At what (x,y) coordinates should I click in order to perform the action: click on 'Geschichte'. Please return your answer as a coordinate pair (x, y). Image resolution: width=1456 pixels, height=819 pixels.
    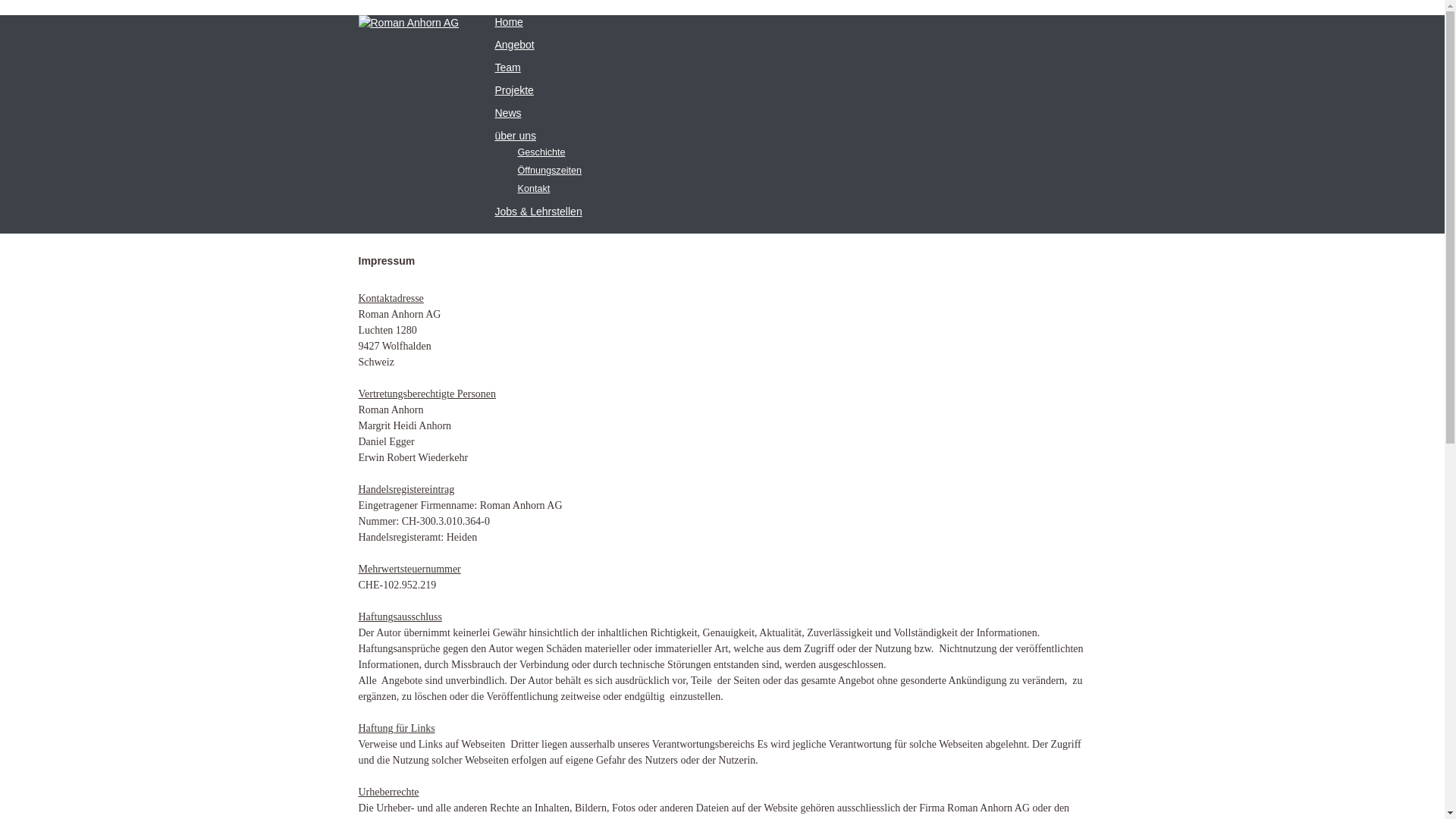
    Looking at the image, I should click on (541, 152).